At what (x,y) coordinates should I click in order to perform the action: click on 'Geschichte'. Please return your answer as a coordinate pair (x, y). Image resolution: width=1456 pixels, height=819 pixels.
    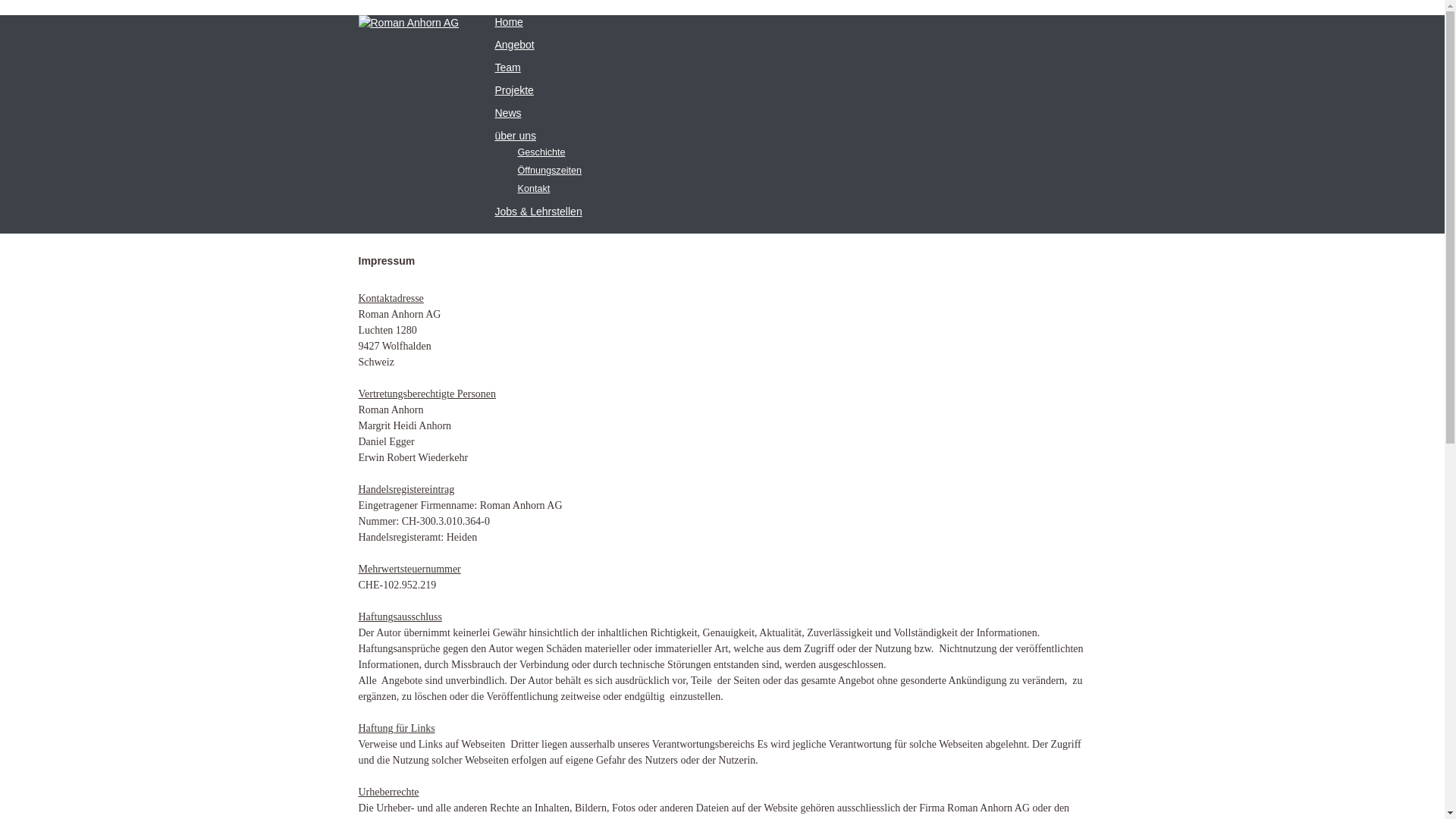
    Looking at the image, I should click on (541, 152).